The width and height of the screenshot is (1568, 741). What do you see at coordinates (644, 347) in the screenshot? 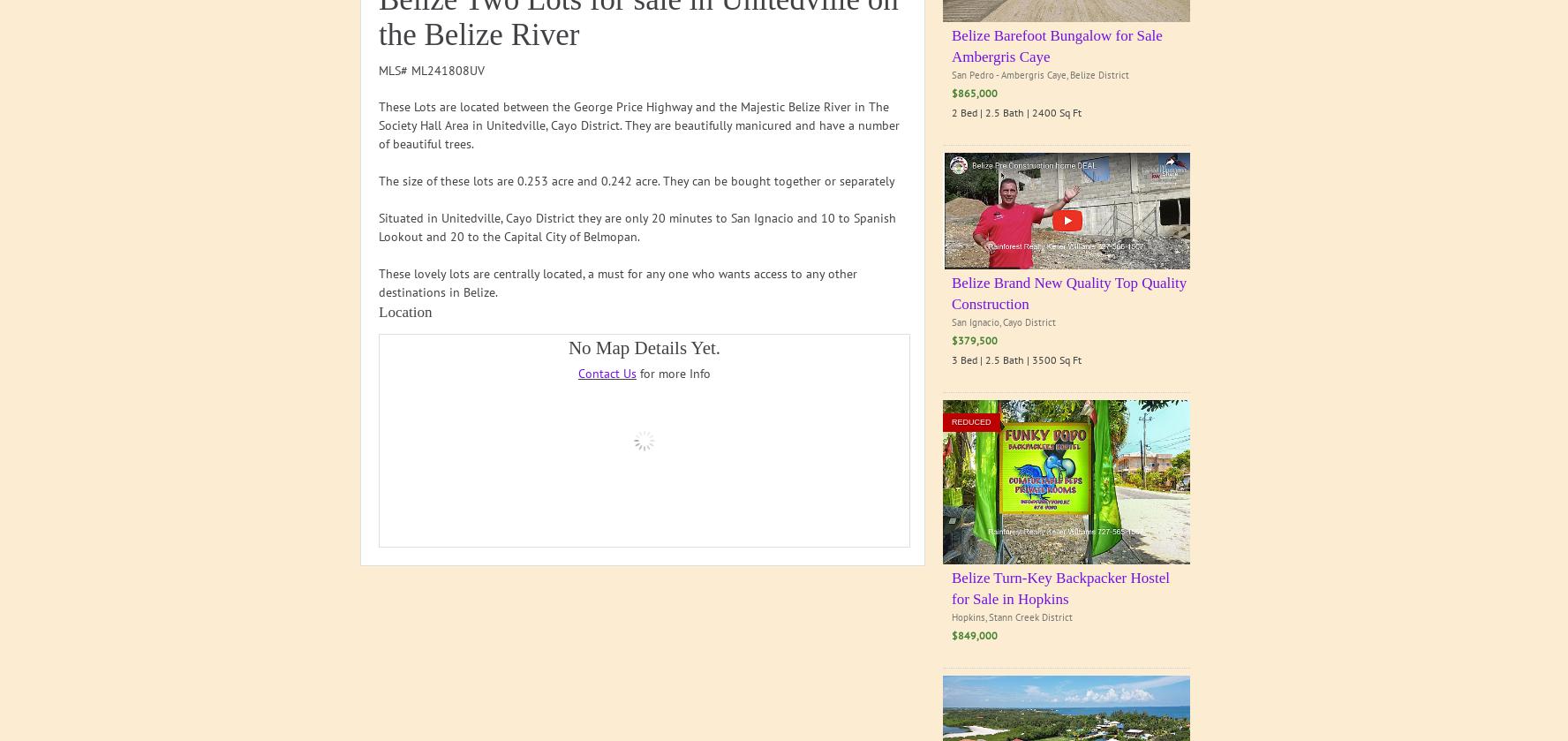
I see `'No Map Details Yet.'` at bounding box center [644, 347].